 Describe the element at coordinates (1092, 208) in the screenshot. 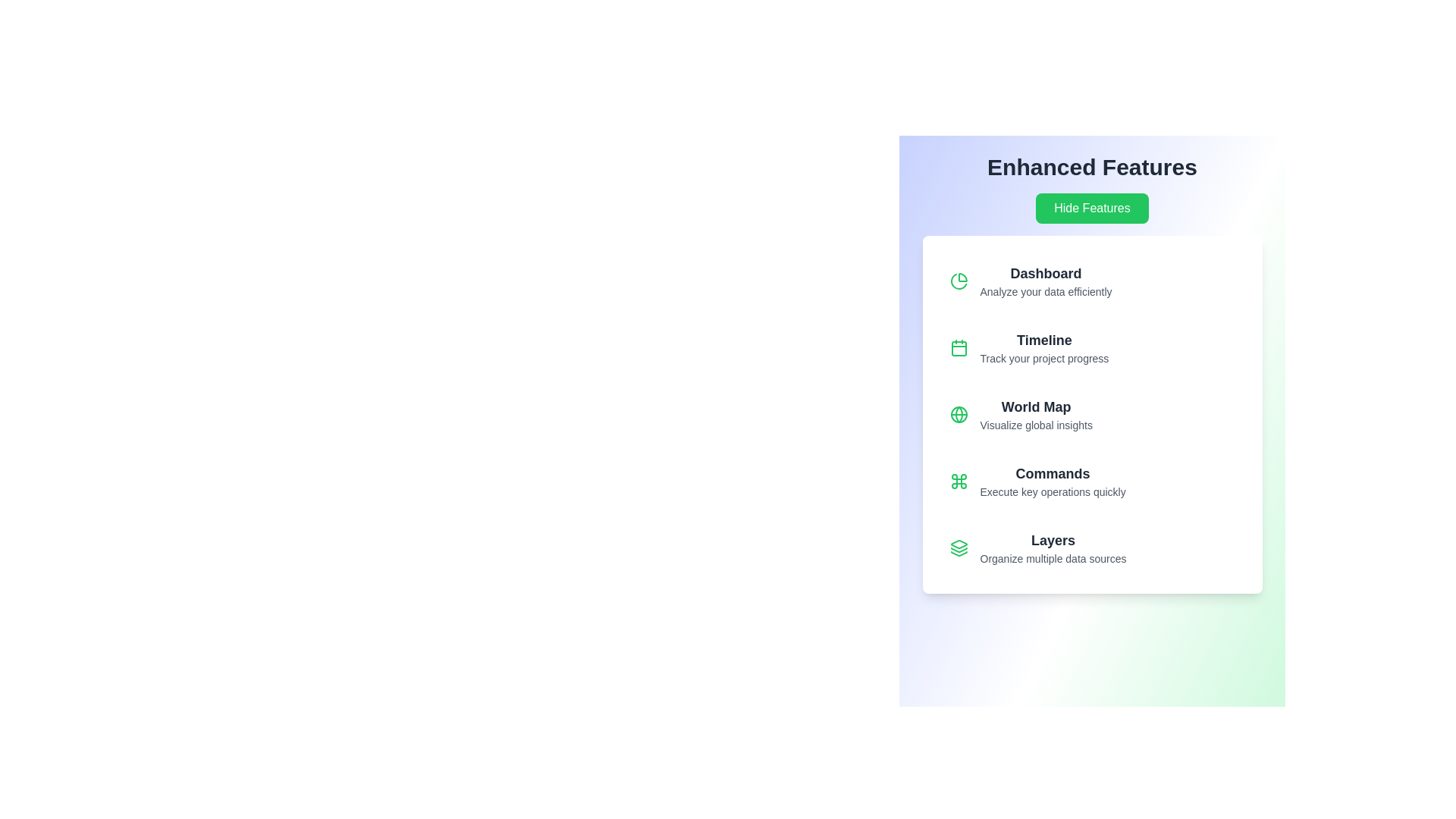

I see `'Hide Features' button to toggle the menu visibility` at that location.